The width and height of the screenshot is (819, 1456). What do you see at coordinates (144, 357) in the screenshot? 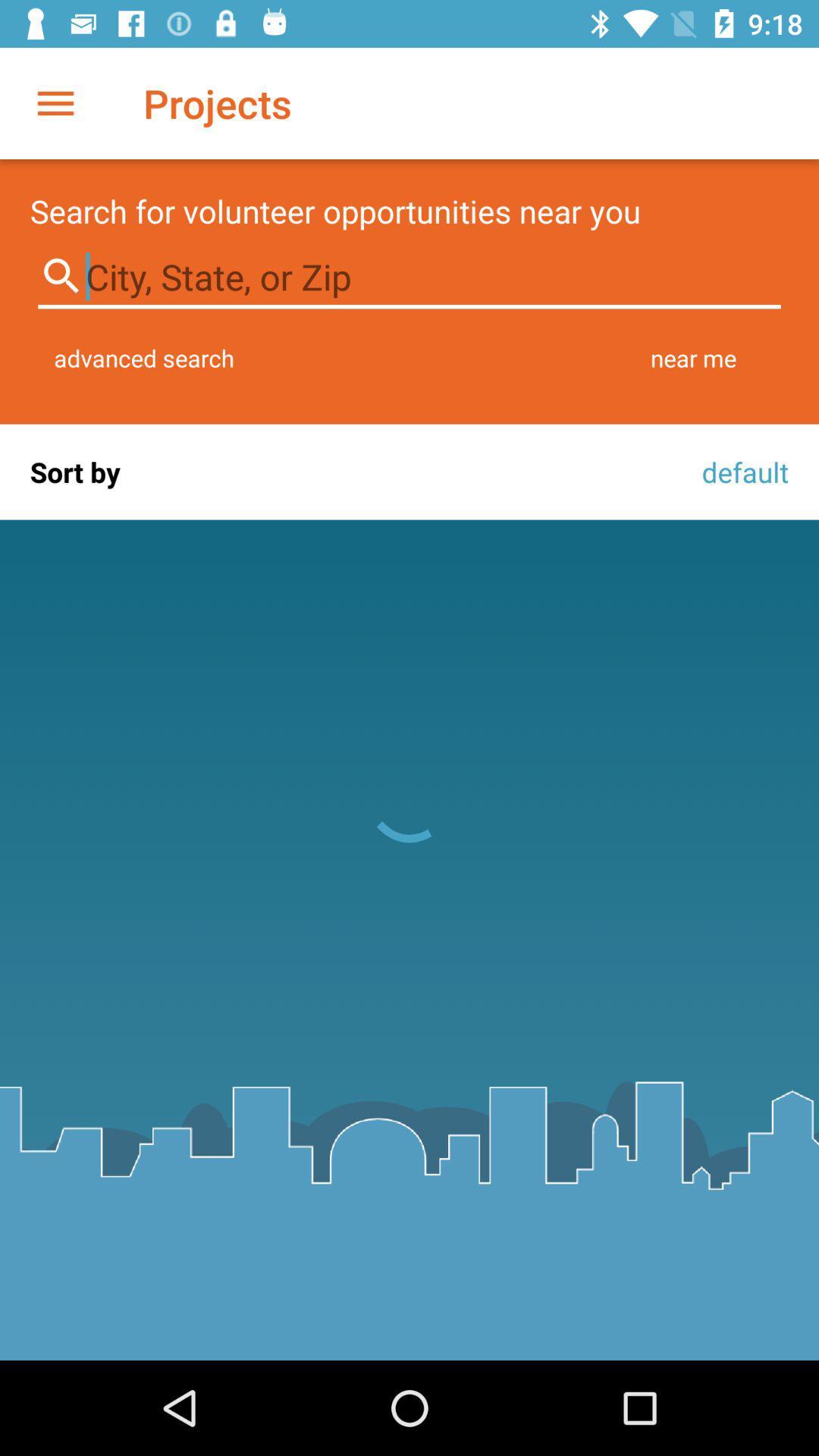
I see `the icon next to near me item` at bounding box center [144, 357].